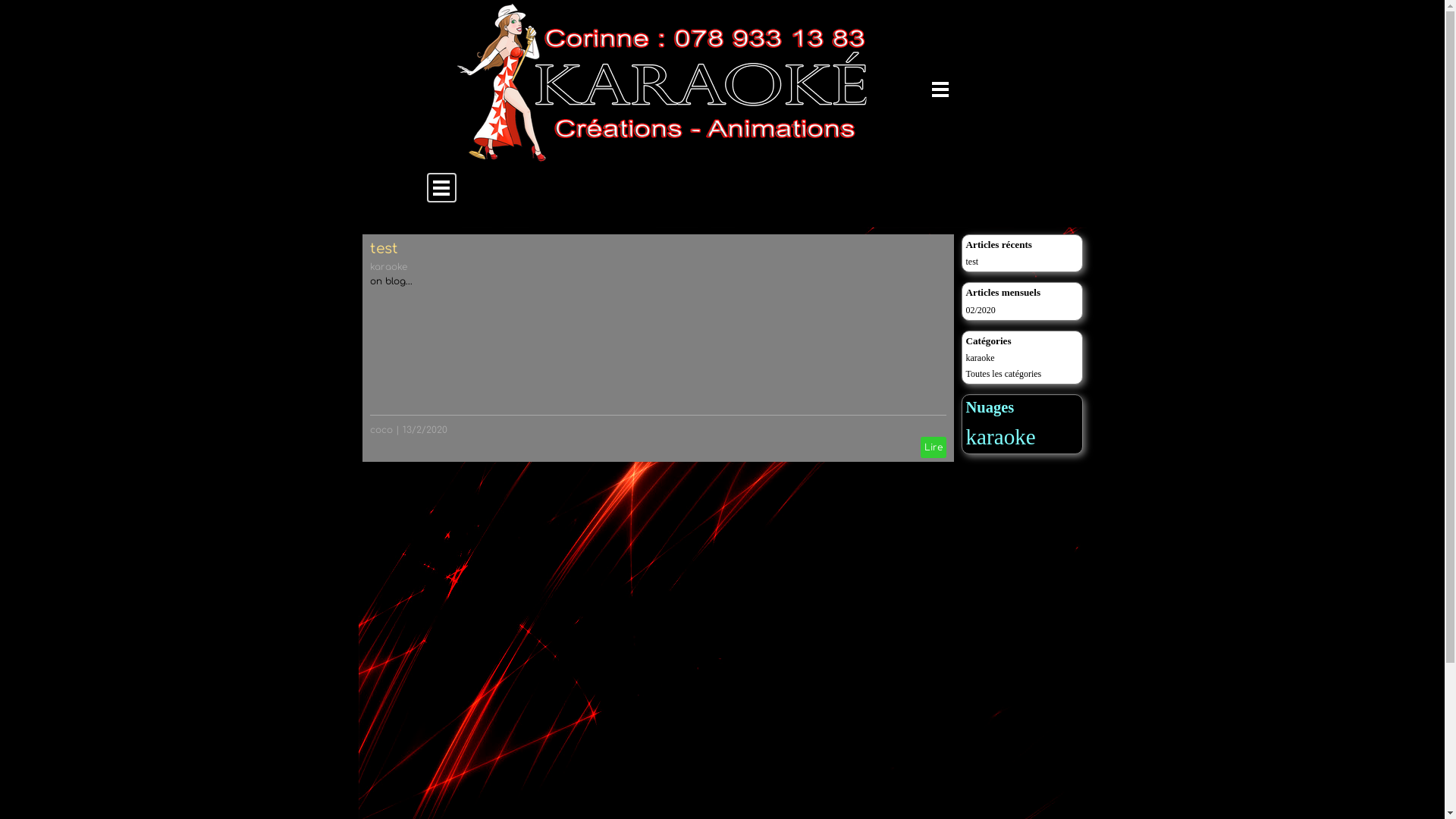 Image resolution: width=1456 pixels, height=819 pixels. I want to click on 'karaoke', so click(980, 357).